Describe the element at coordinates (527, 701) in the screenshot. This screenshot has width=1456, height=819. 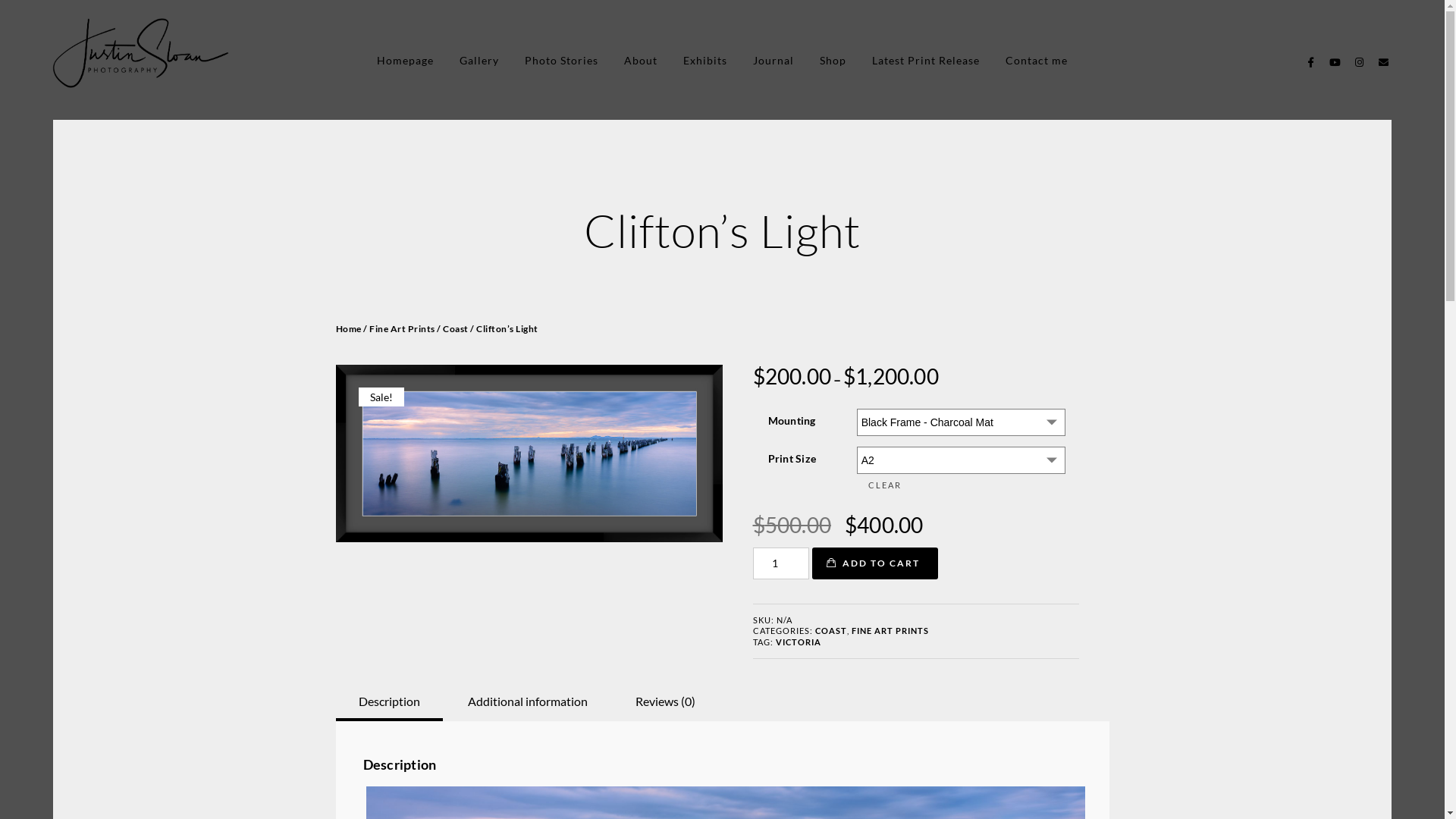
I see `'Additional information'` at that location.